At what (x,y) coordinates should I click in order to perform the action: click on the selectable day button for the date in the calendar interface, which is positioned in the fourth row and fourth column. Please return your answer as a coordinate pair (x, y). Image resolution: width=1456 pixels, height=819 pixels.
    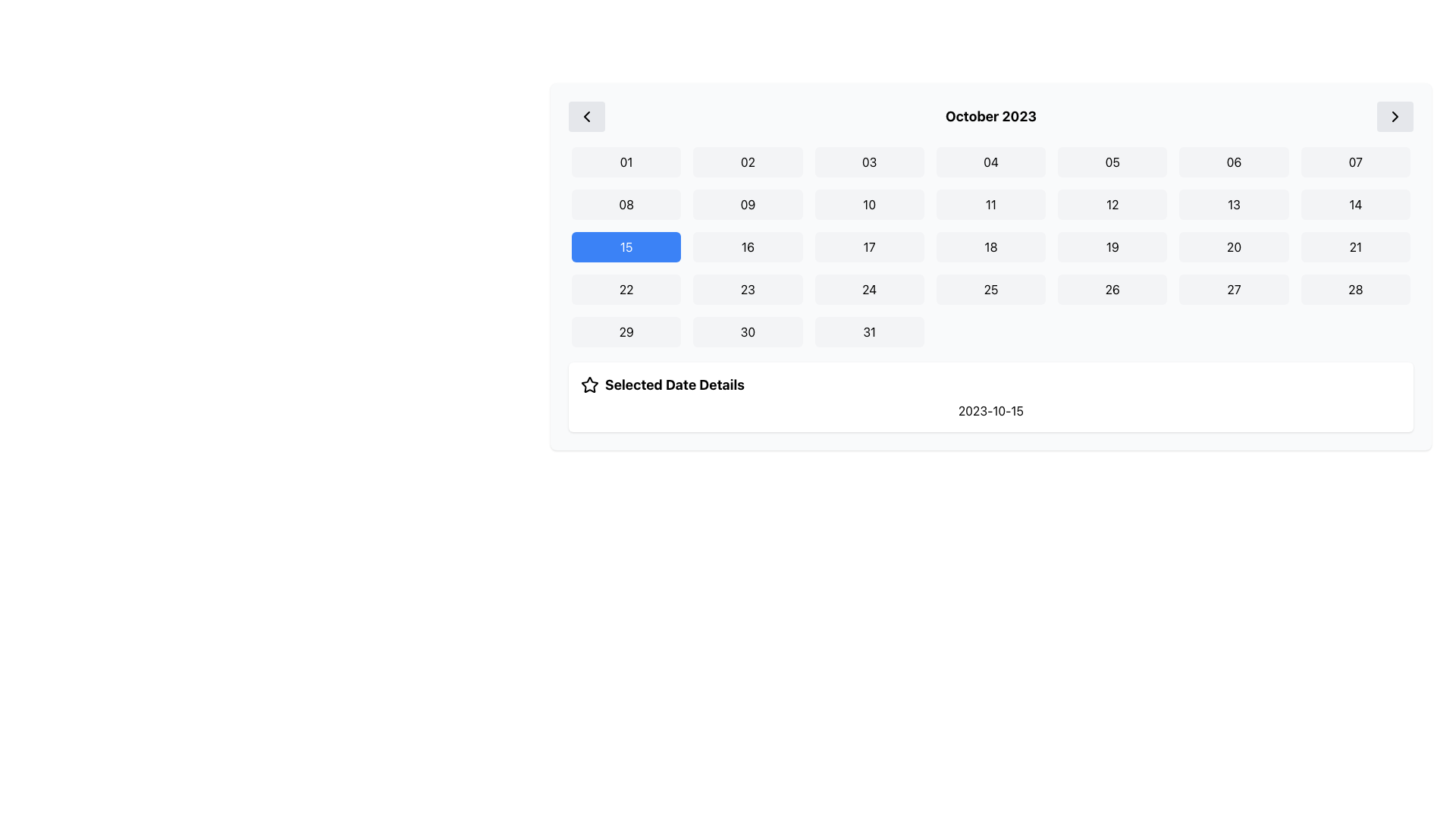
    Looking at the image, I should click on (990, 289).